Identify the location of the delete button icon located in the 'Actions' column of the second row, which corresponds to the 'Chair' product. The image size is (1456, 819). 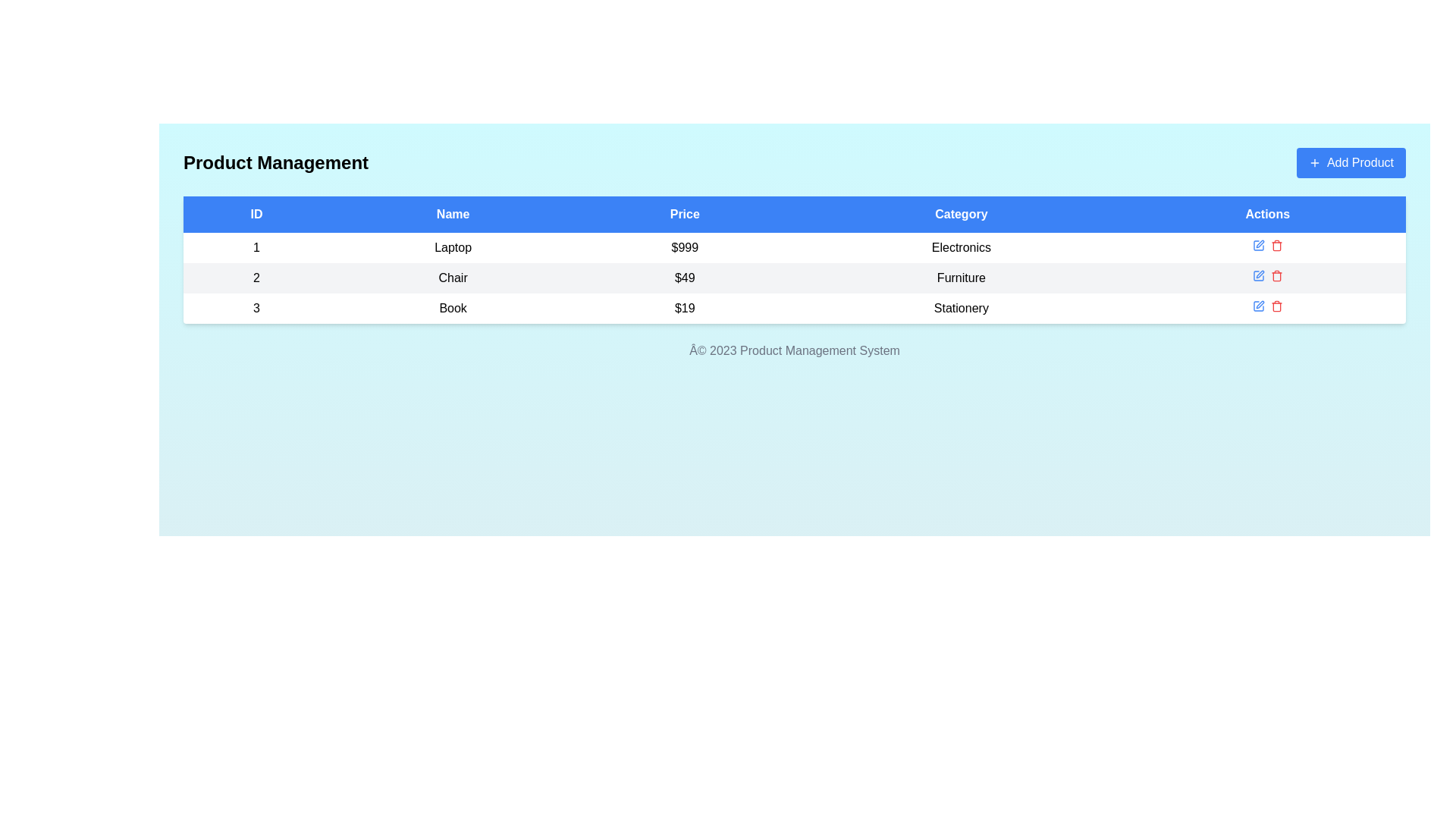
(1276, 275).